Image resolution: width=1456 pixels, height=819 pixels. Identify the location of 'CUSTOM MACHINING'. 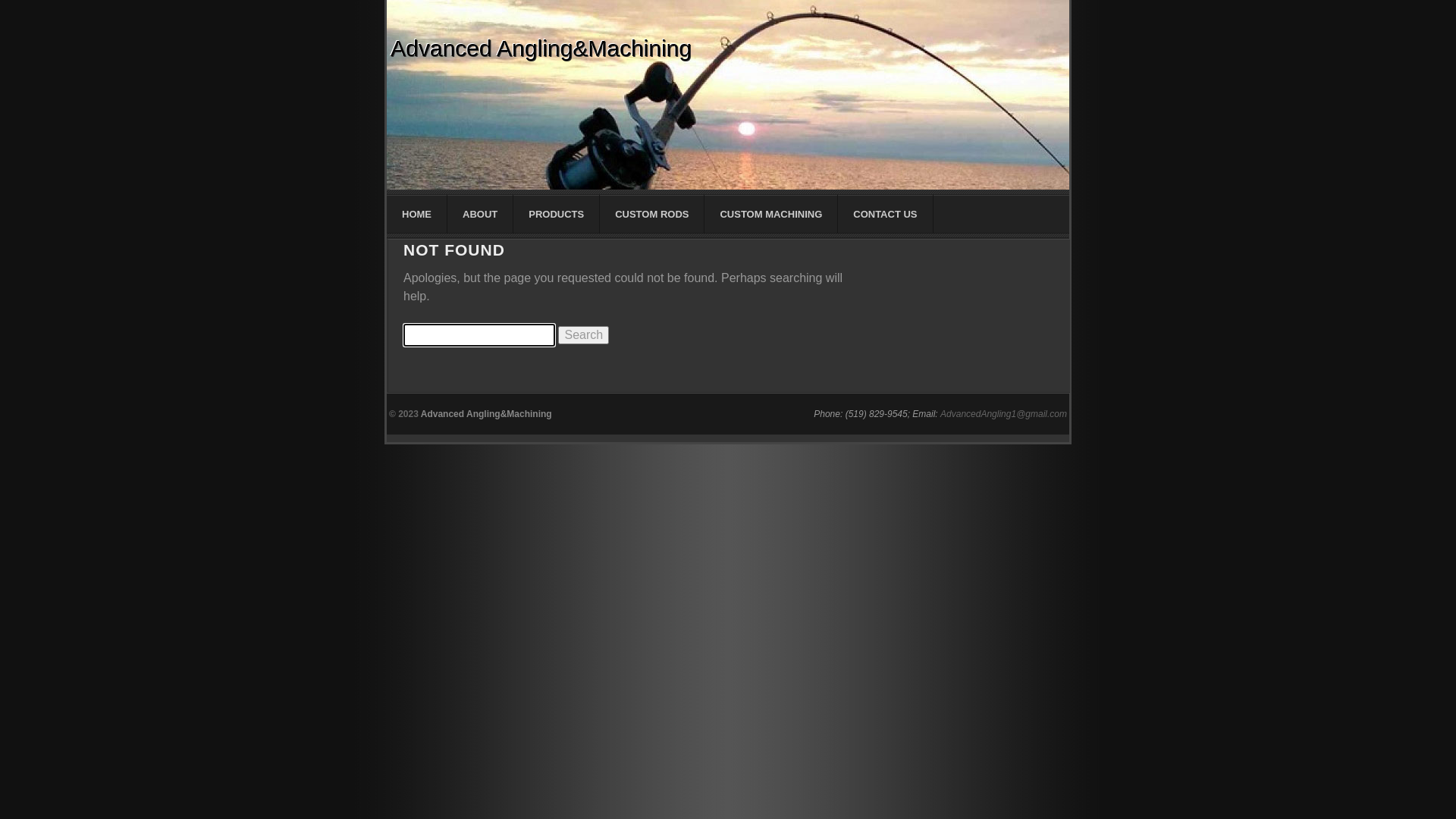
(704, 214).